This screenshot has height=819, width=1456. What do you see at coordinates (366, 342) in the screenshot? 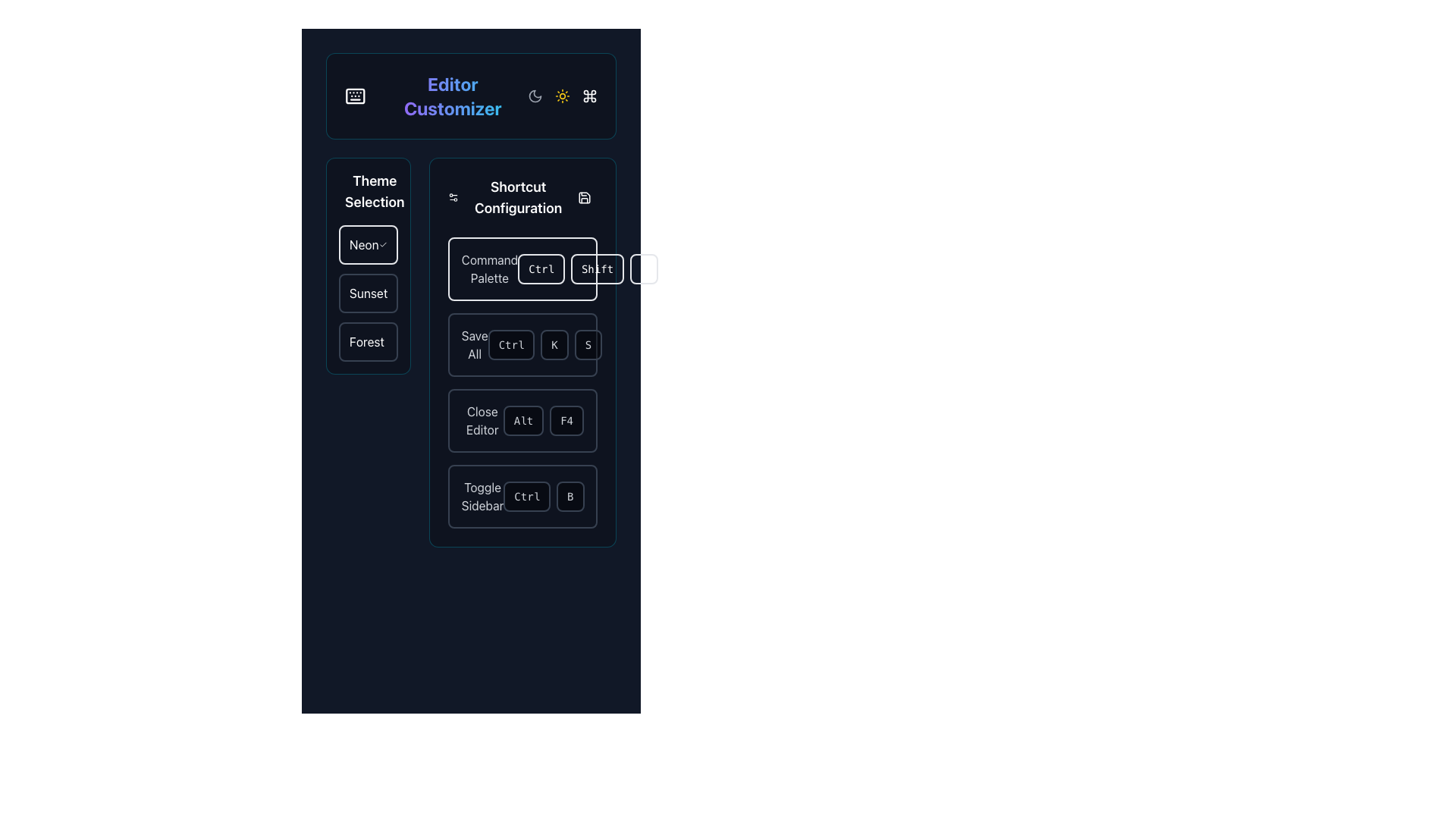
I see `the 'Forest' text label` at bounding box center [366, 342].